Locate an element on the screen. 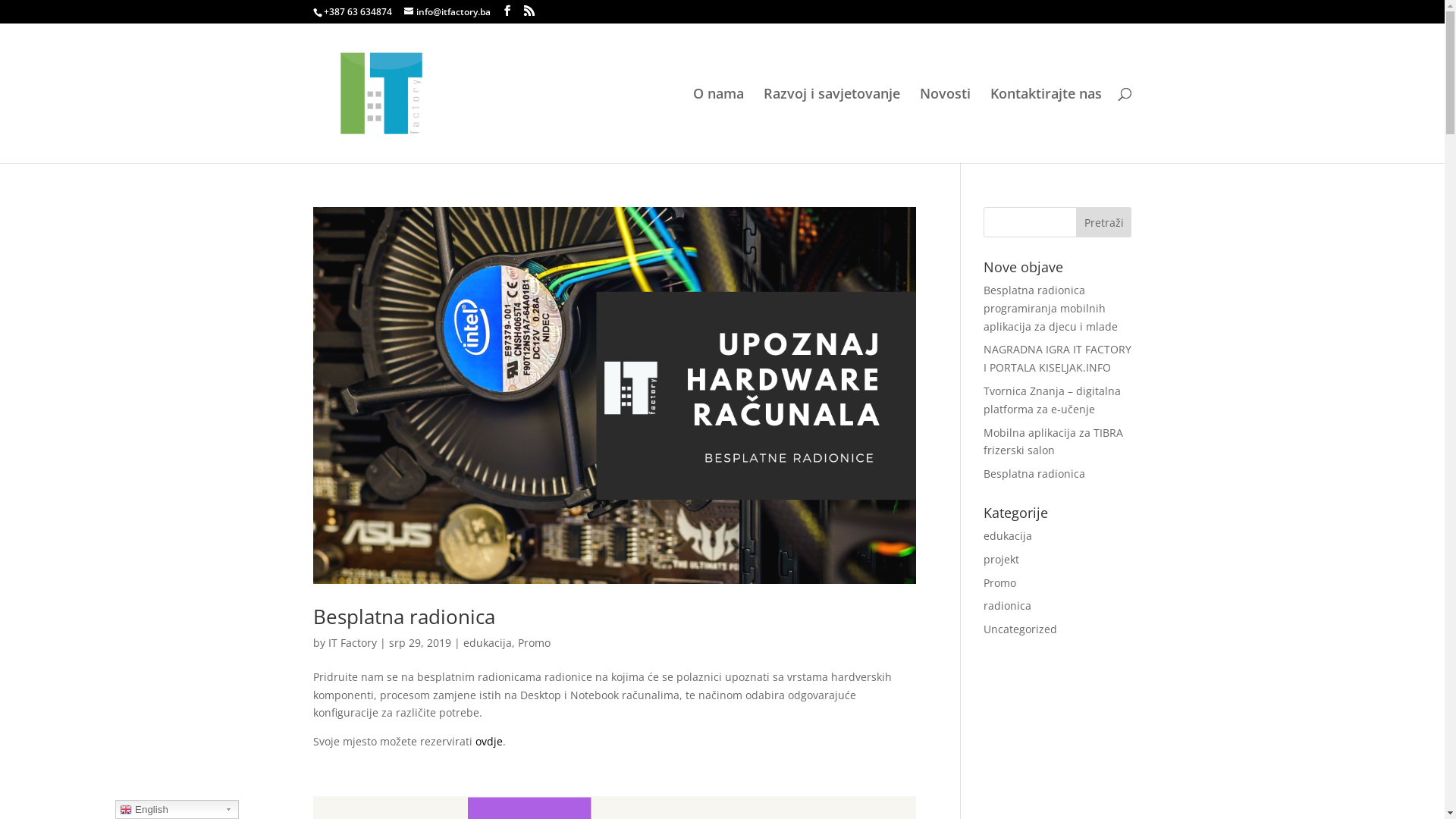  'O nama' is located at coordinates (717, 124).